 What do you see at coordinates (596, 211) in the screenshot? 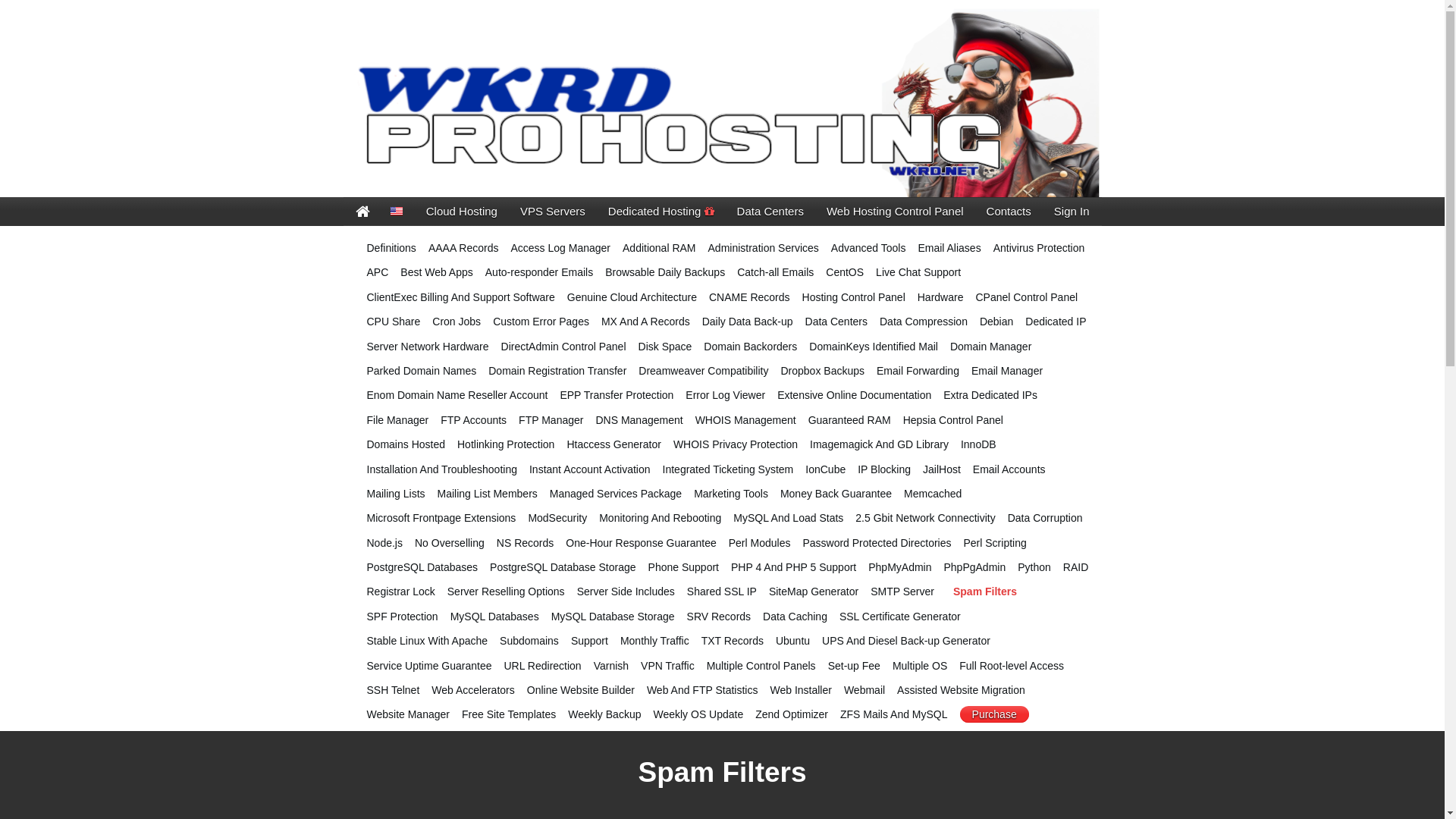
I see `'Dedicated Hosting'` at bounding box center [596, 211].